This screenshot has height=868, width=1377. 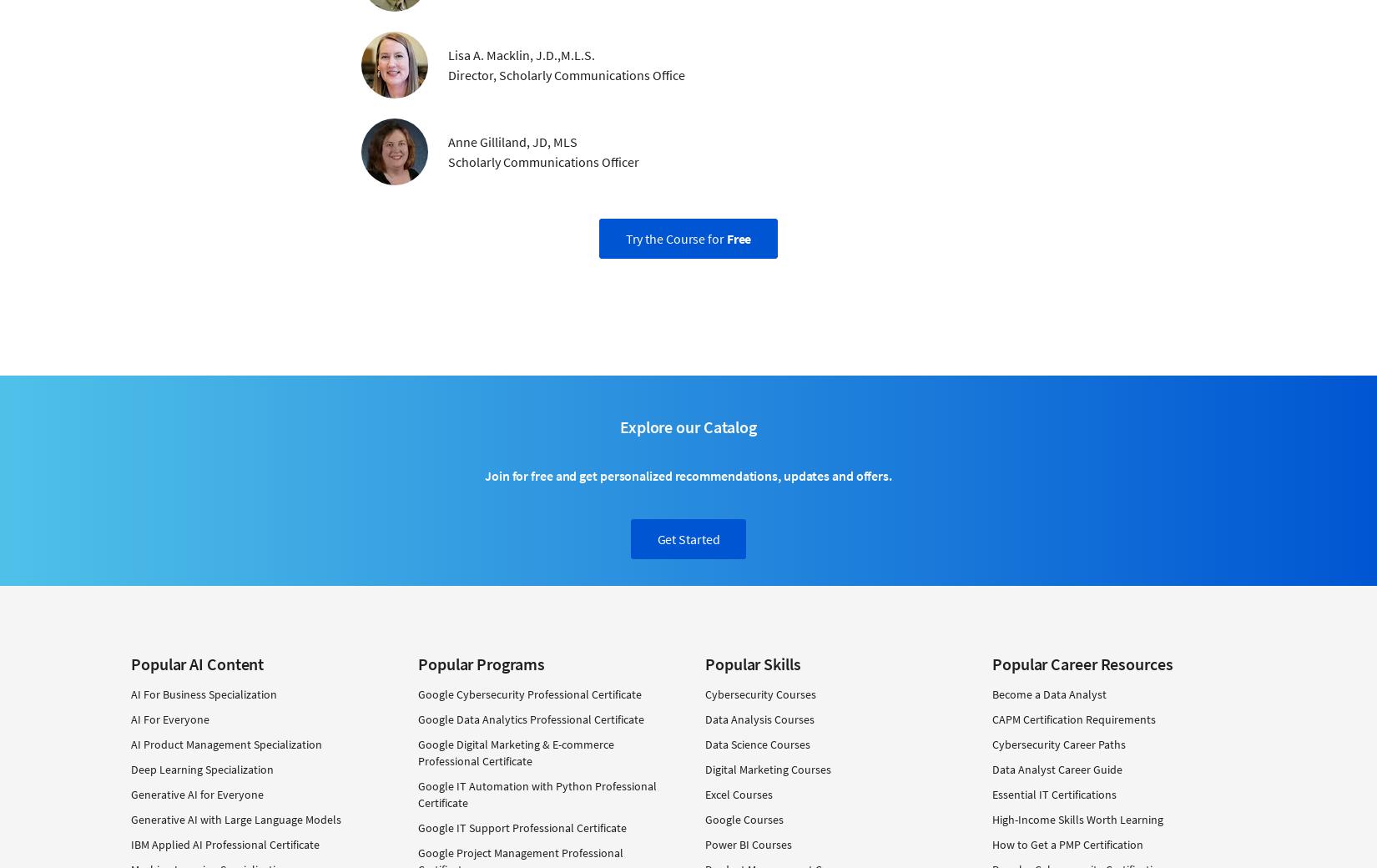 I want to click on 'Explore our Catalog', so click(x=618, y=426).